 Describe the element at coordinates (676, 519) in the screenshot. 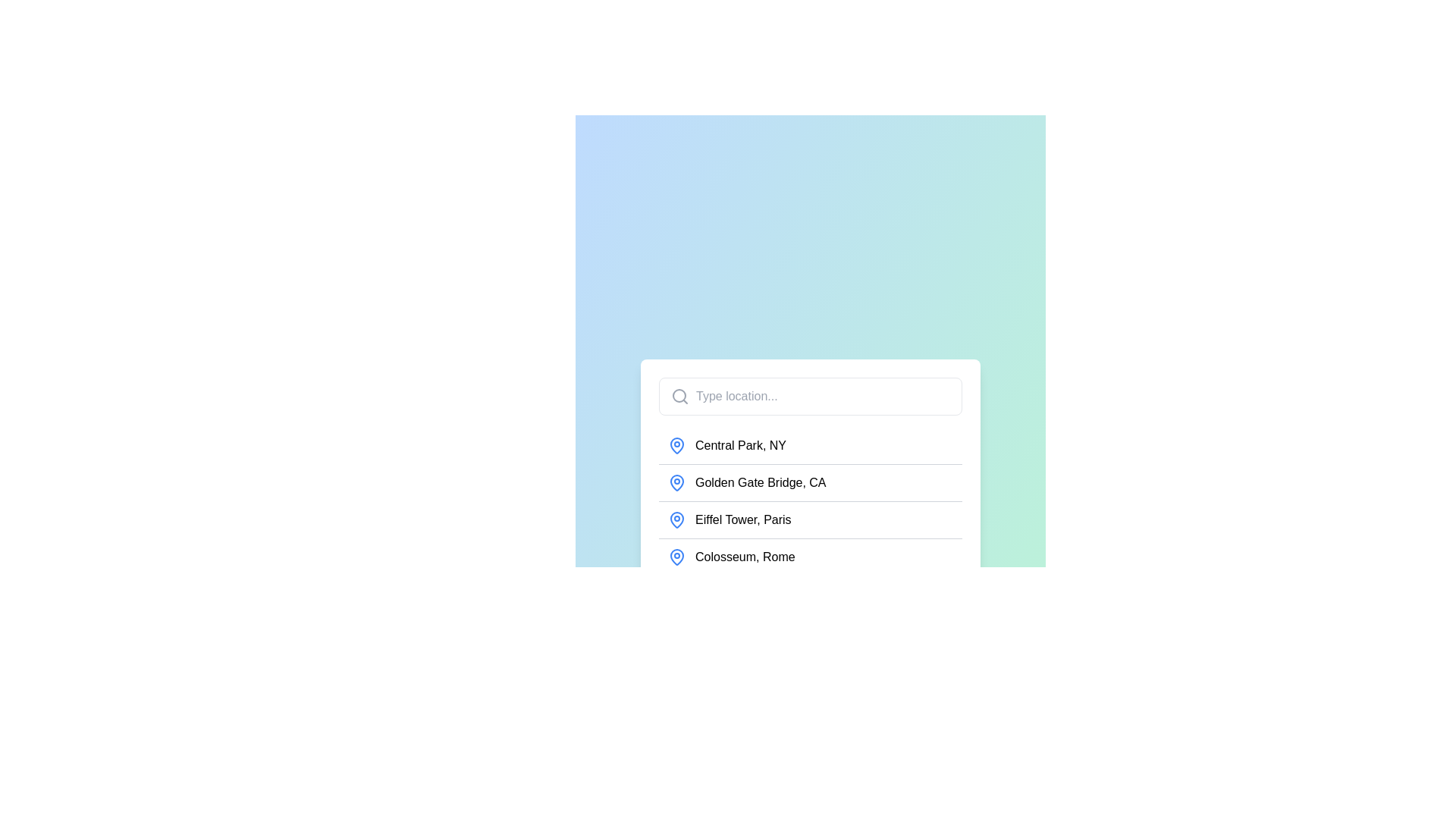

I see `the blue map pin icon located to the left of the text 'Eiffel Tower, Paris'` at that location.